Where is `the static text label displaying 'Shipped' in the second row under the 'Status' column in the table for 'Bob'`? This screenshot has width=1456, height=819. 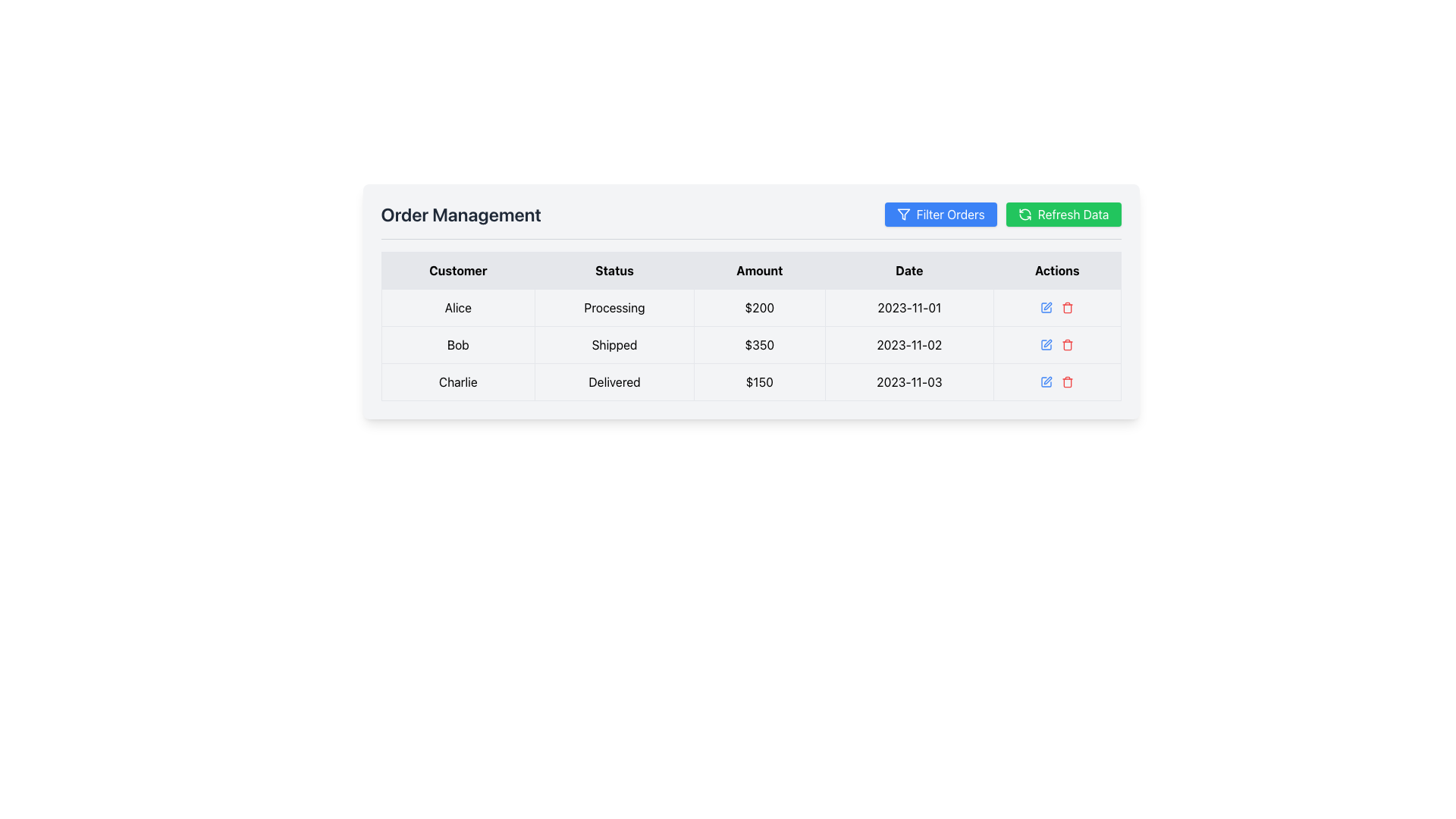
the static text label displaying 'Shipped' in the second row under the 'Status' column in the table for 'Bob' is located at coordinates (614, 345).